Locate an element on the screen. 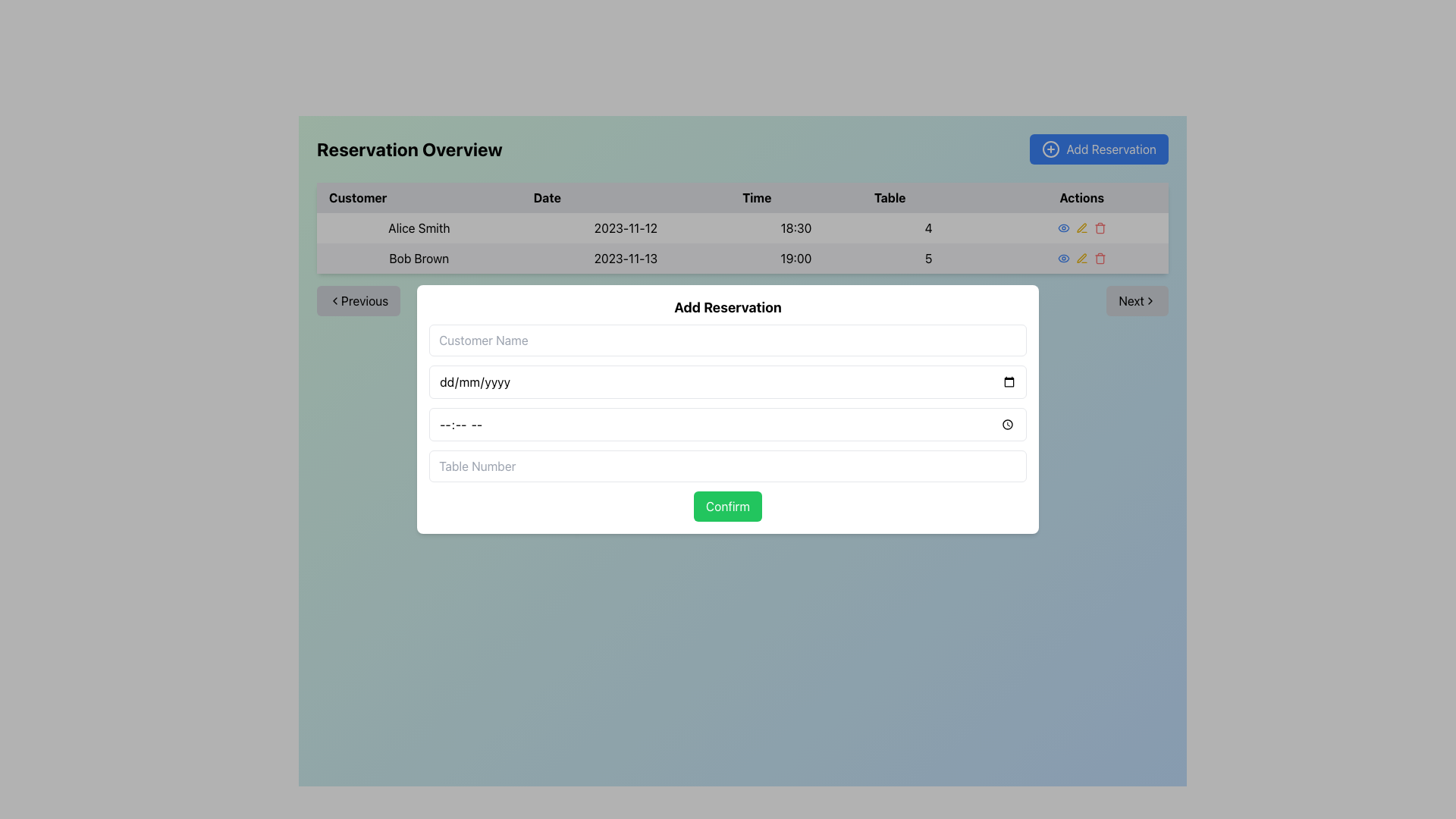  the text element displaying 'Bob Brown' in the first cell of the second row under the 'Customer' heading is located at coordinates (419, 257).